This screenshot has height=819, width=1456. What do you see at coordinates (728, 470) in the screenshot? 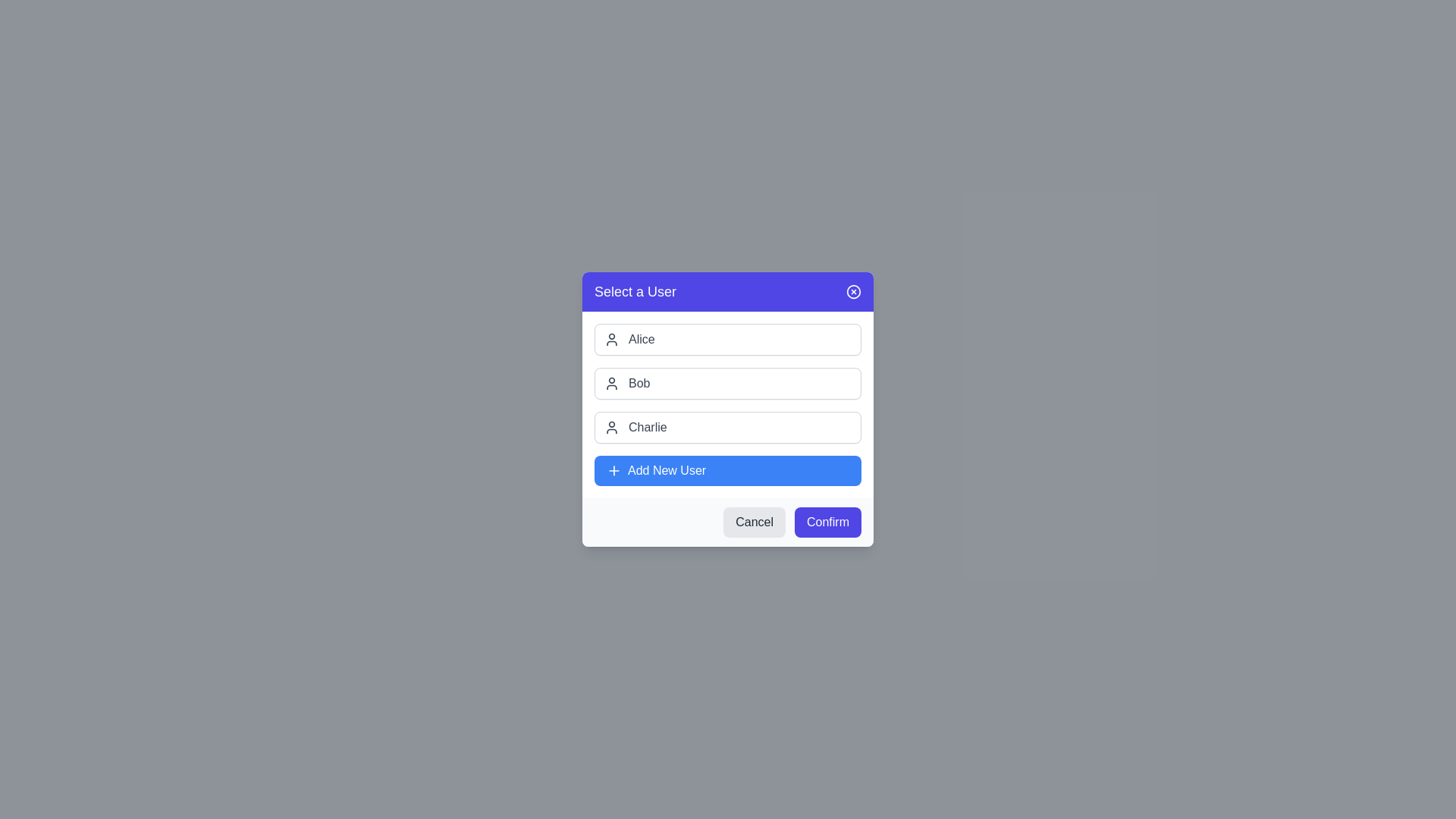
I see `the rectangular button with a blue background labeled 'Add New User'` at bounding box center [728, 470].